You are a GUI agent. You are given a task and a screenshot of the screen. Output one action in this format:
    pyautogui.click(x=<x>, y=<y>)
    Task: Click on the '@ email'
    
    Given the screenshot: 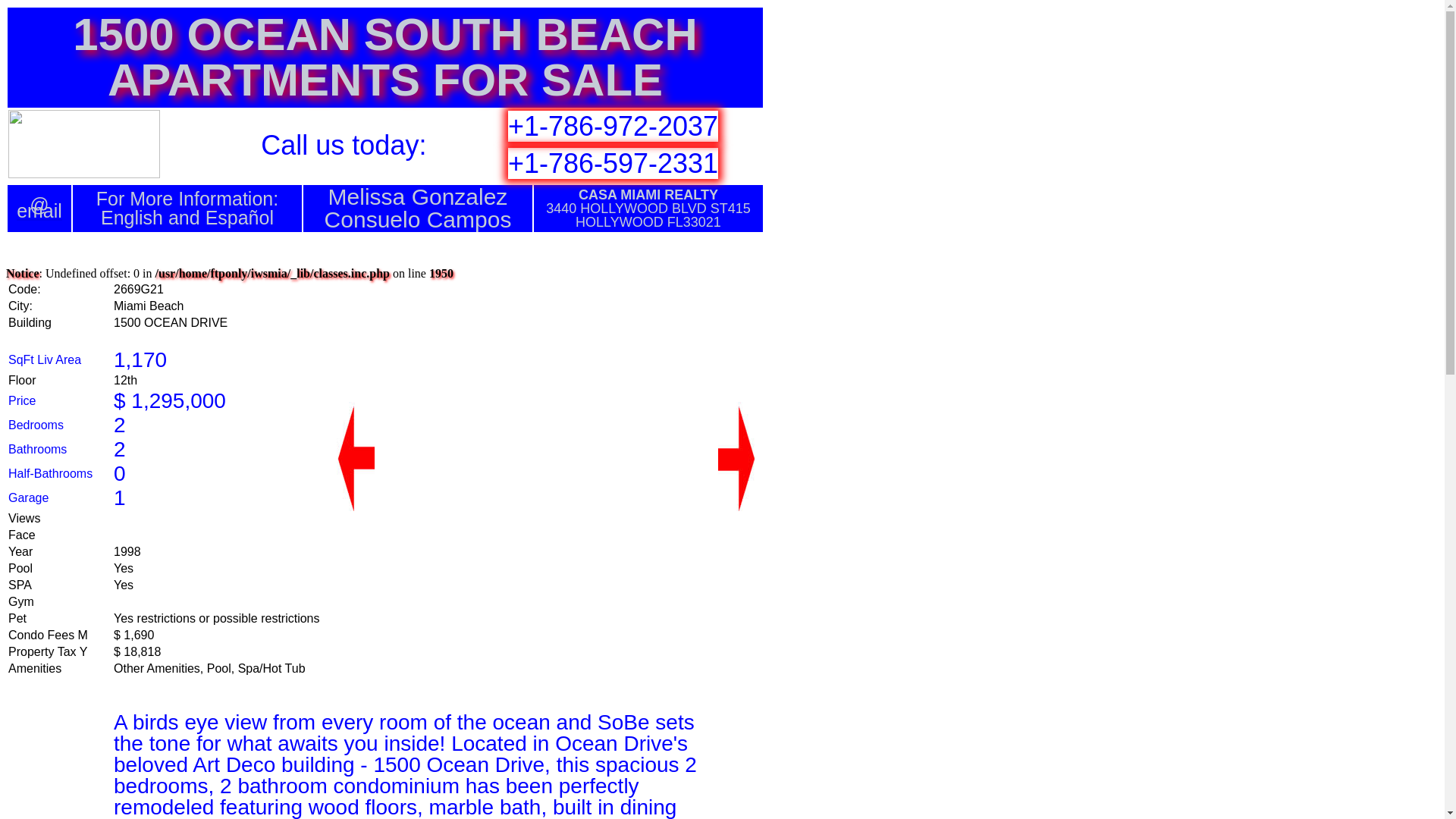 What is the action you would take?
    pyautogui.click(x=39, y=208)
    